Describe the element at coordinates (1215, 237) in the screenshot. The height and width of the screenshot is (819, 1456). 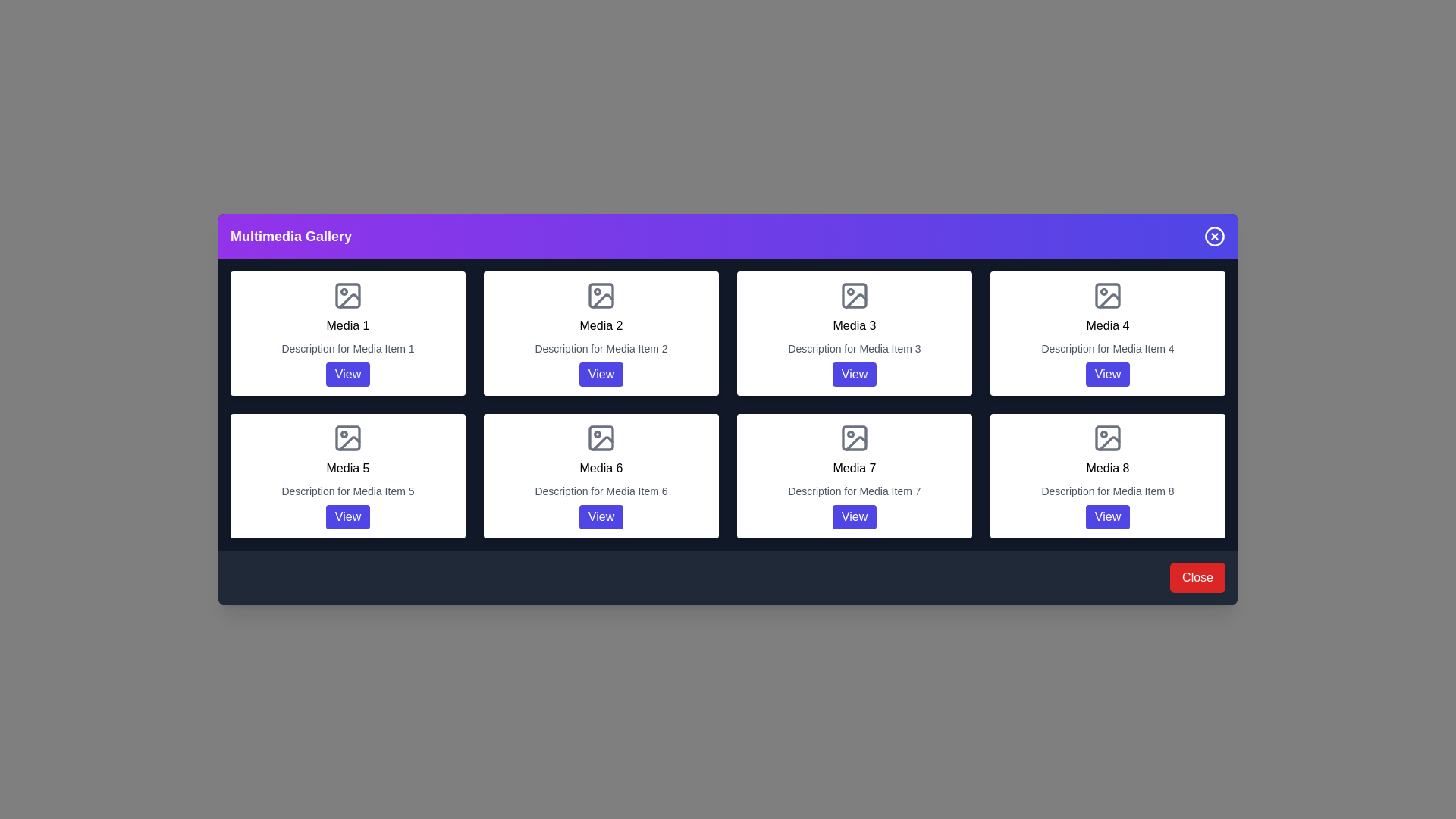
I see `the close button in the top-right corner of the dialog` at that location.